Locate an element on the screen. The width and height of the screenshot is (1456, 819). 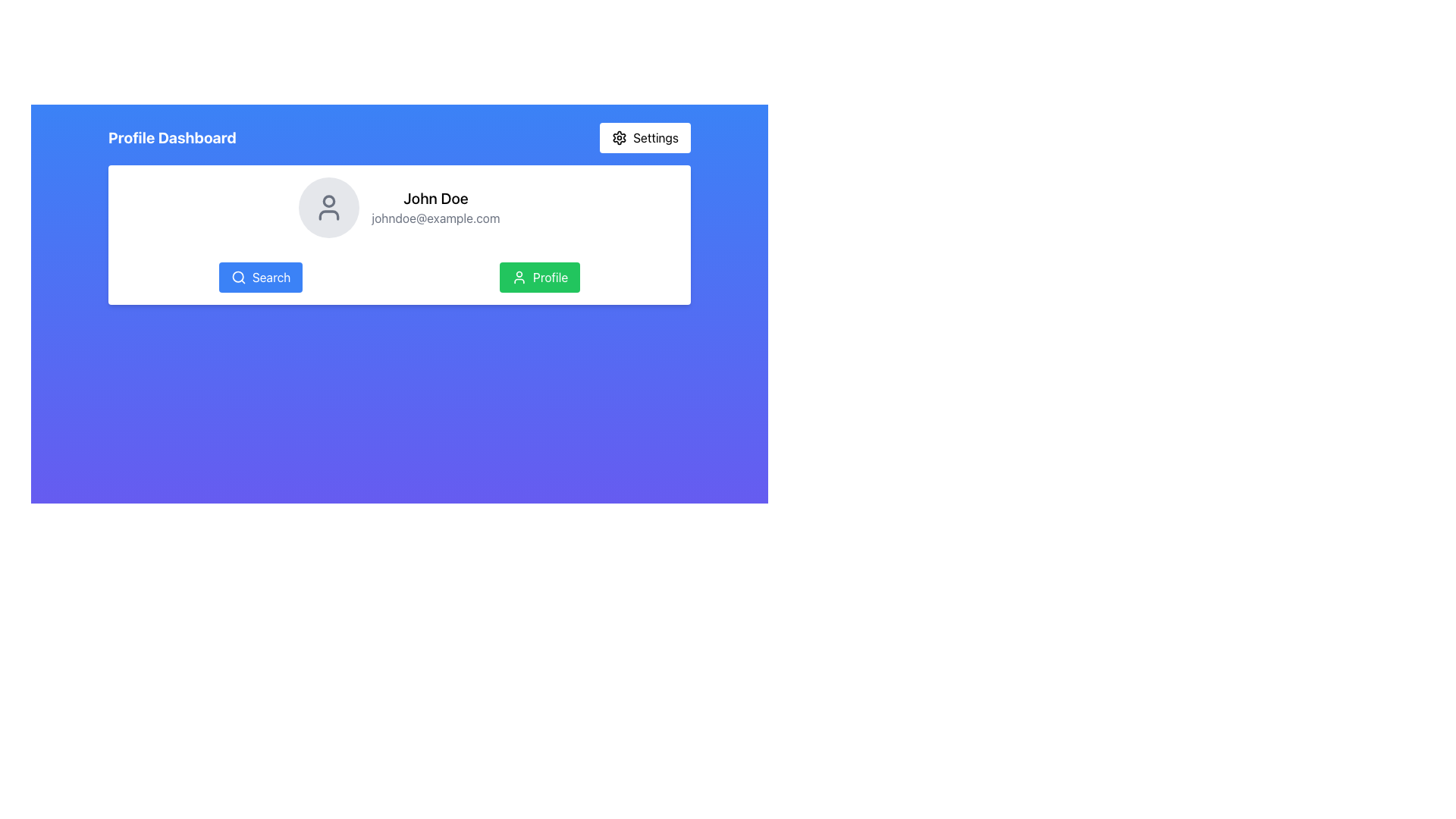
the User Profile Display Section that shows the avatar of a user along with the name 'John Doe' and email 'johndoe@example.com' is located at coordinates (400, 207).